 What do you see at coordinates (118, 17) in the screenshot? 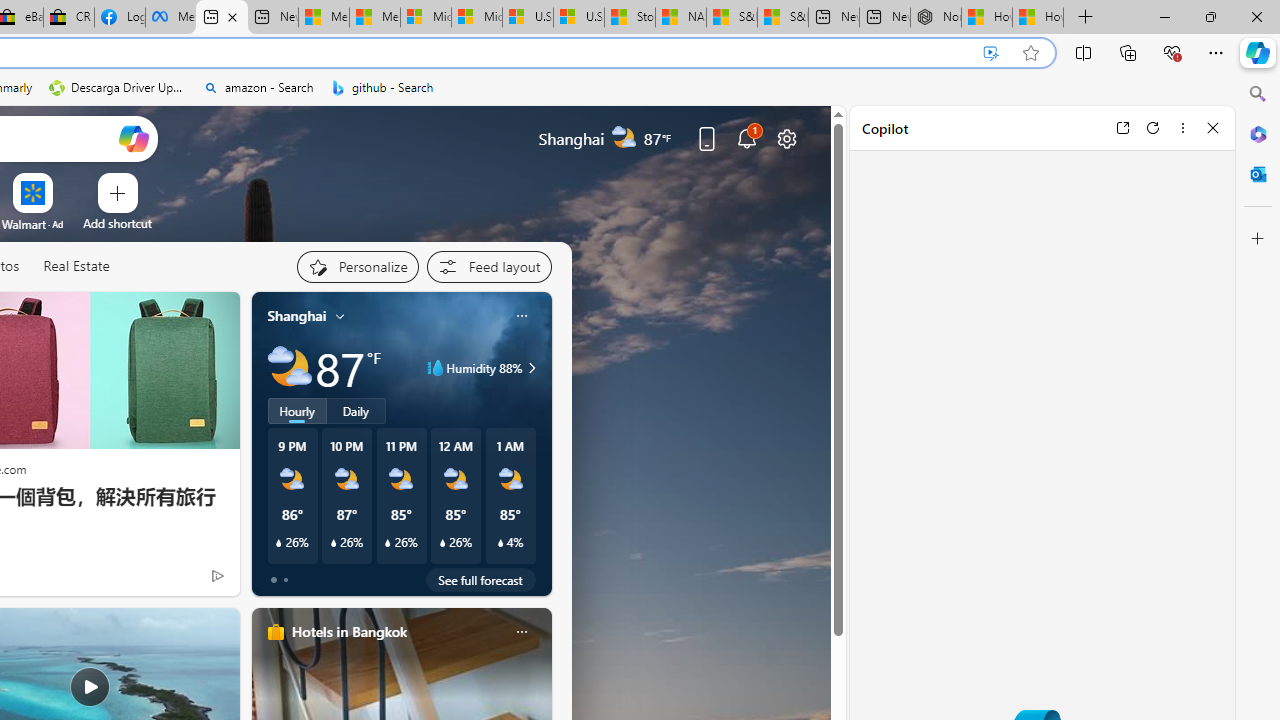
I see `'Log into Facebook'` at bounding box center [118, 17].